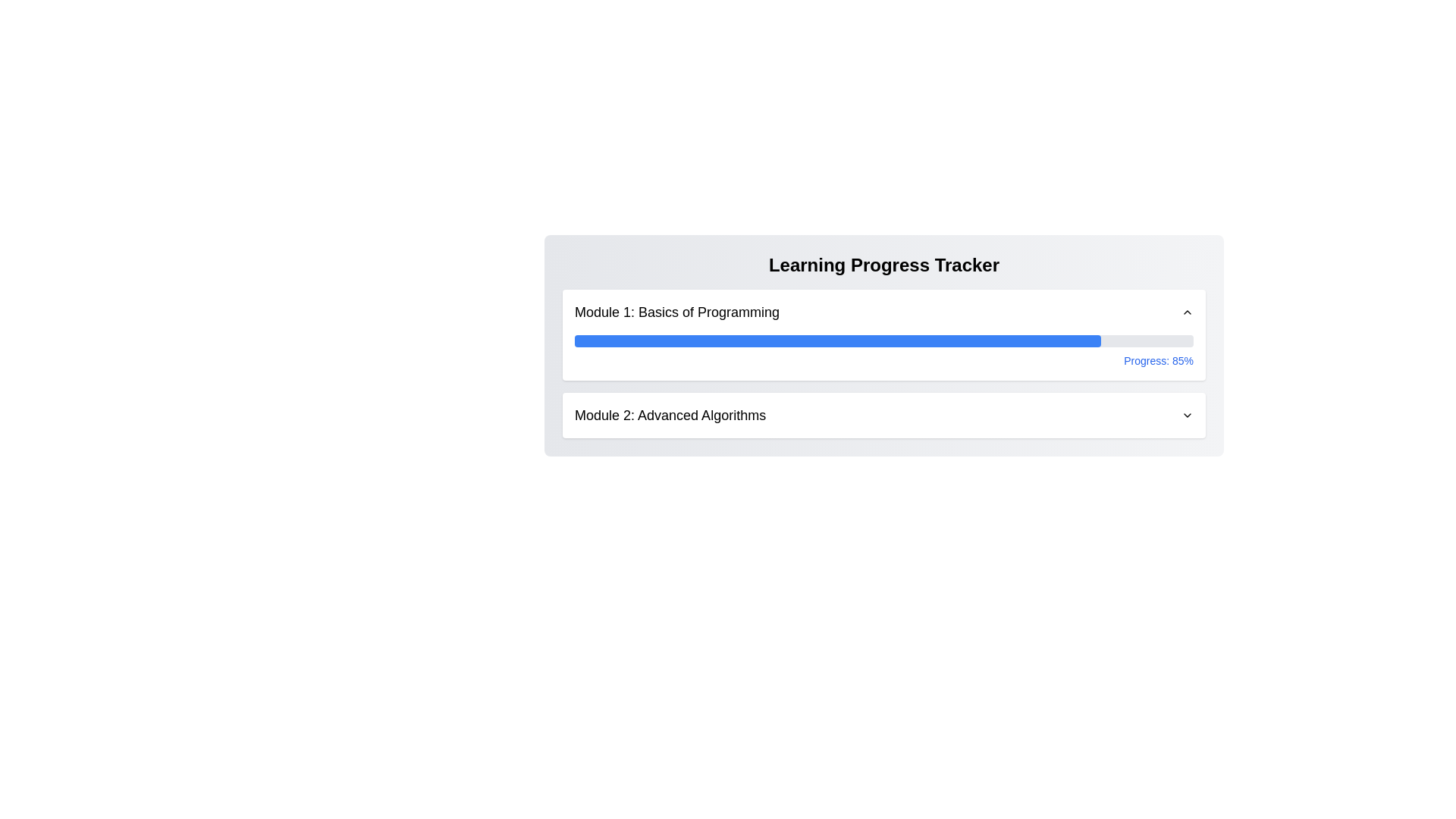 This screenshot has height=819, width=1456. What do you see at coordinates (1186, 312) in the screenshot?
I see `the Icon Button (Chevron Up) located at the extreme right of the row containing the text 'Module 1: Basics of Programming'` at bounding box center [1186, 312].